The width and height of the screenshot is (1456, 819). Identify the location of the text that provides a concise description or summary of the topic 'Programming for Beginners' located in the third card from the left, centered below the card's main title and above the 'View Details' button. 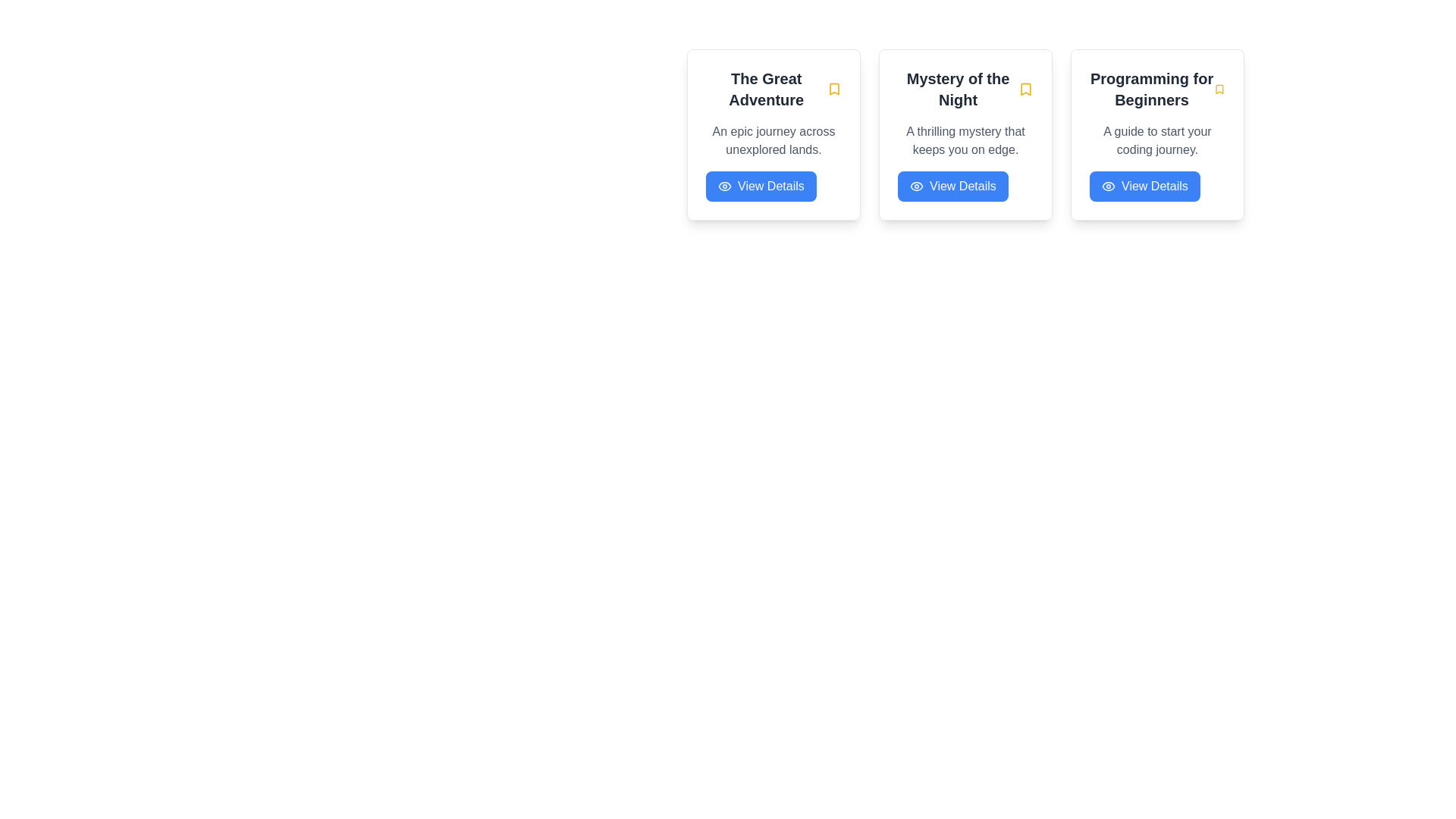
(1156, 140).